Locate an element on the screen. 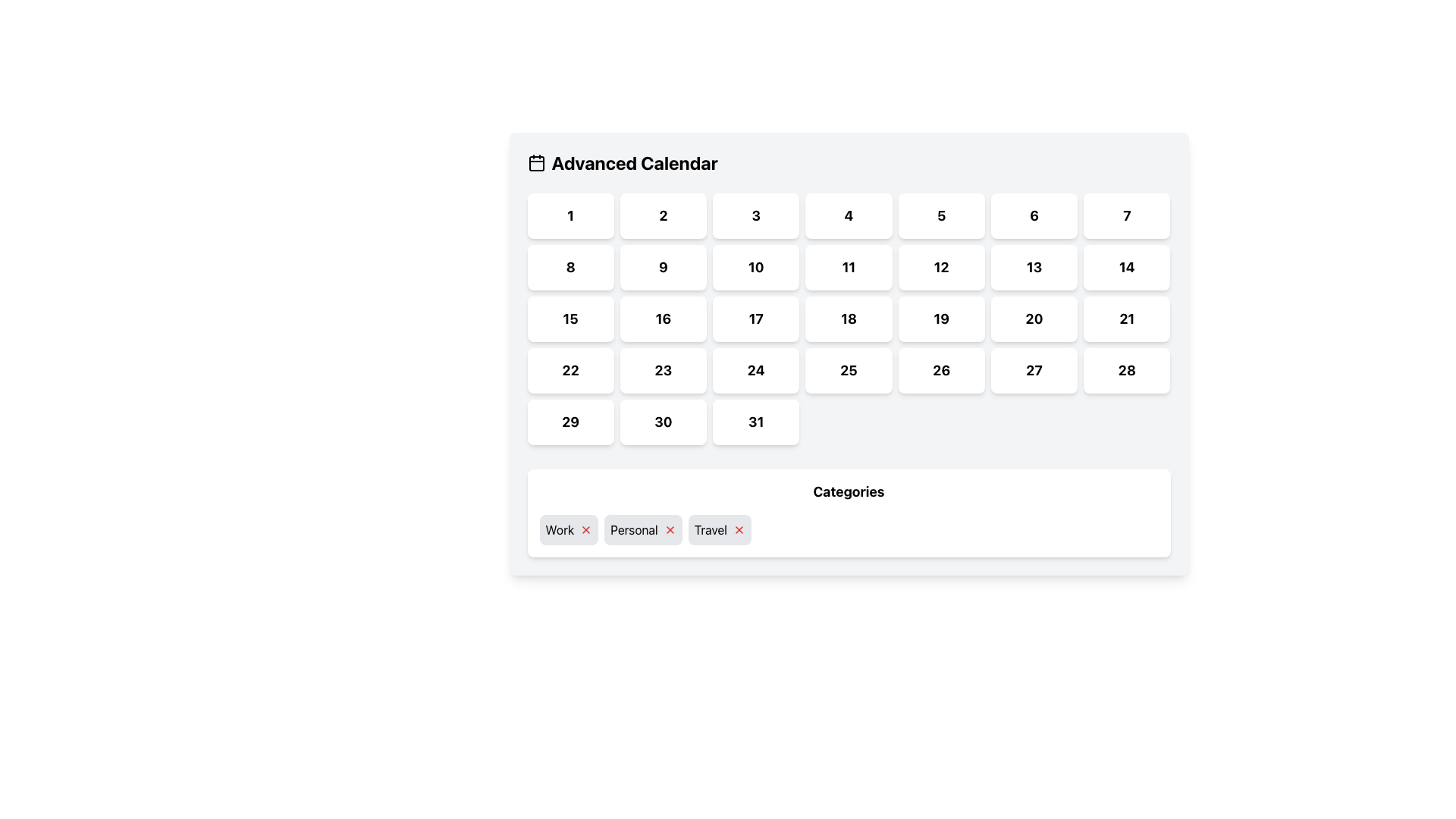 This screenshot has width=1456, height=819. the button displaying the number '28' in bold, center-aligned text is located at coordinates (1127, 371).